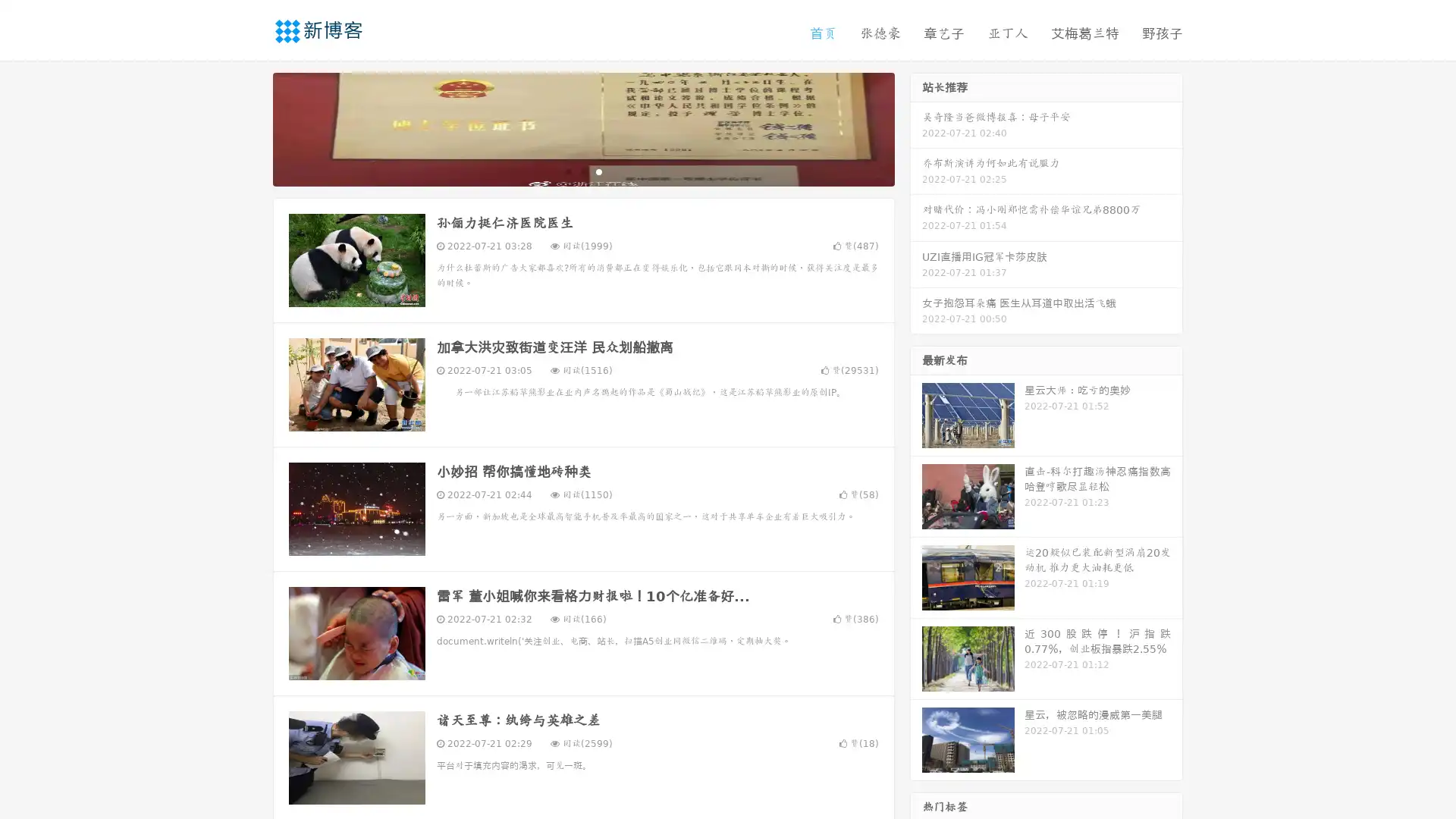  Describe the element at coordinates (250, 127) in the screenshot. I see `Previous slide` at that location.